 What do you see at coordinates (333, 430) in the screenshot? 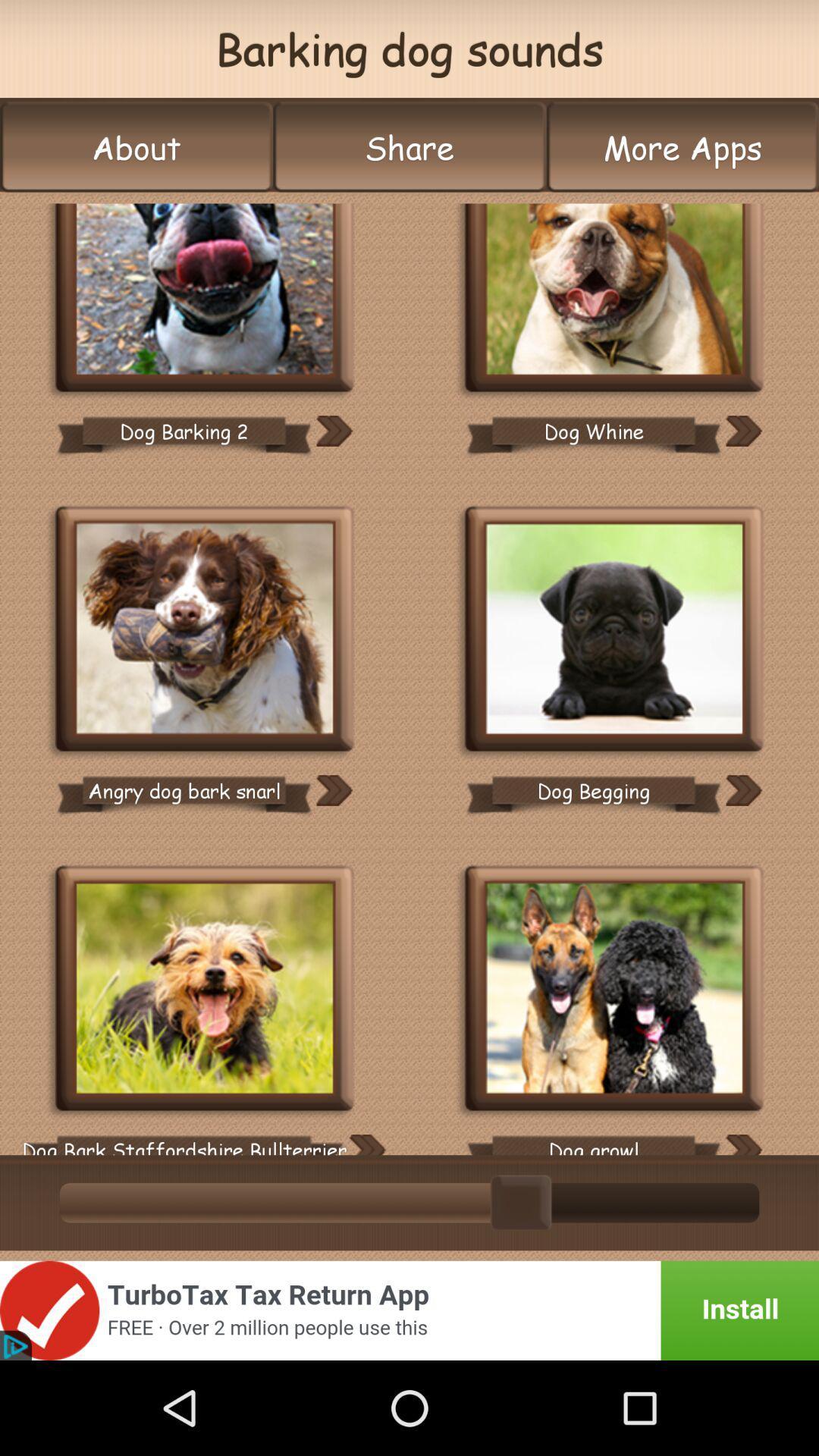
I see `next` at bounding box center [333, 430].